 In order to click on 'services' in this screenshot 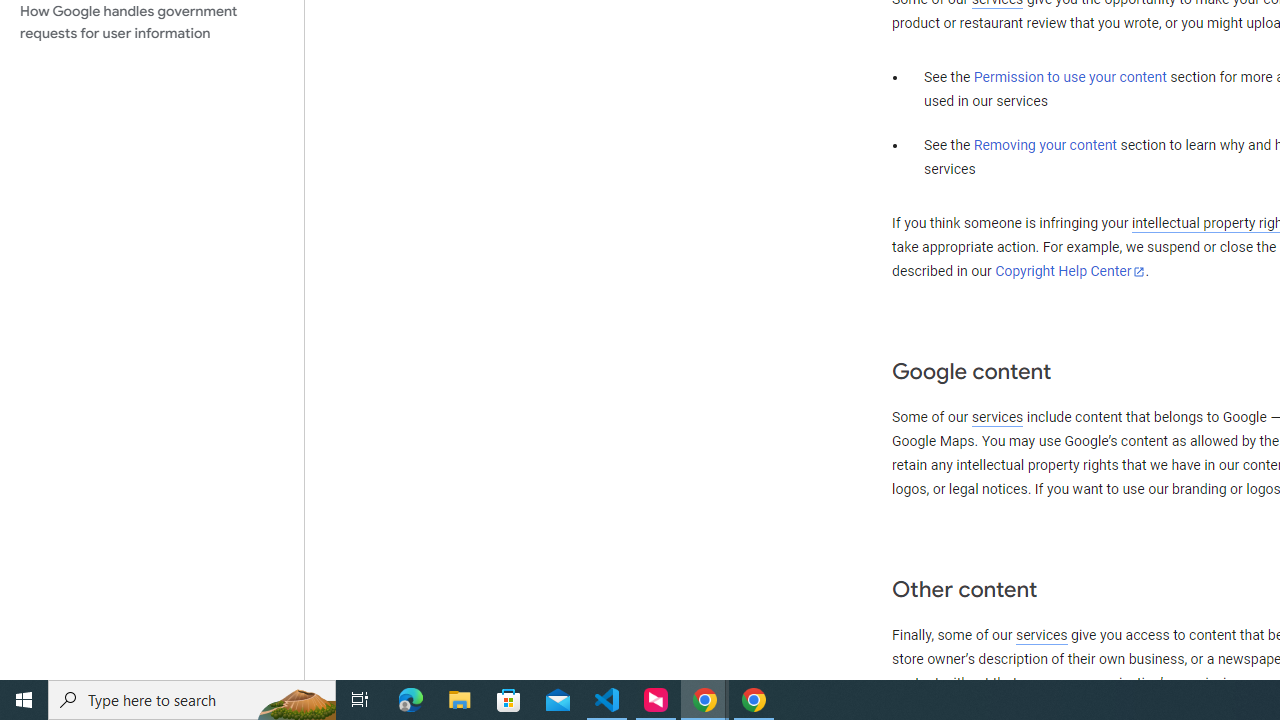, I will do `click(1040, 635)`.